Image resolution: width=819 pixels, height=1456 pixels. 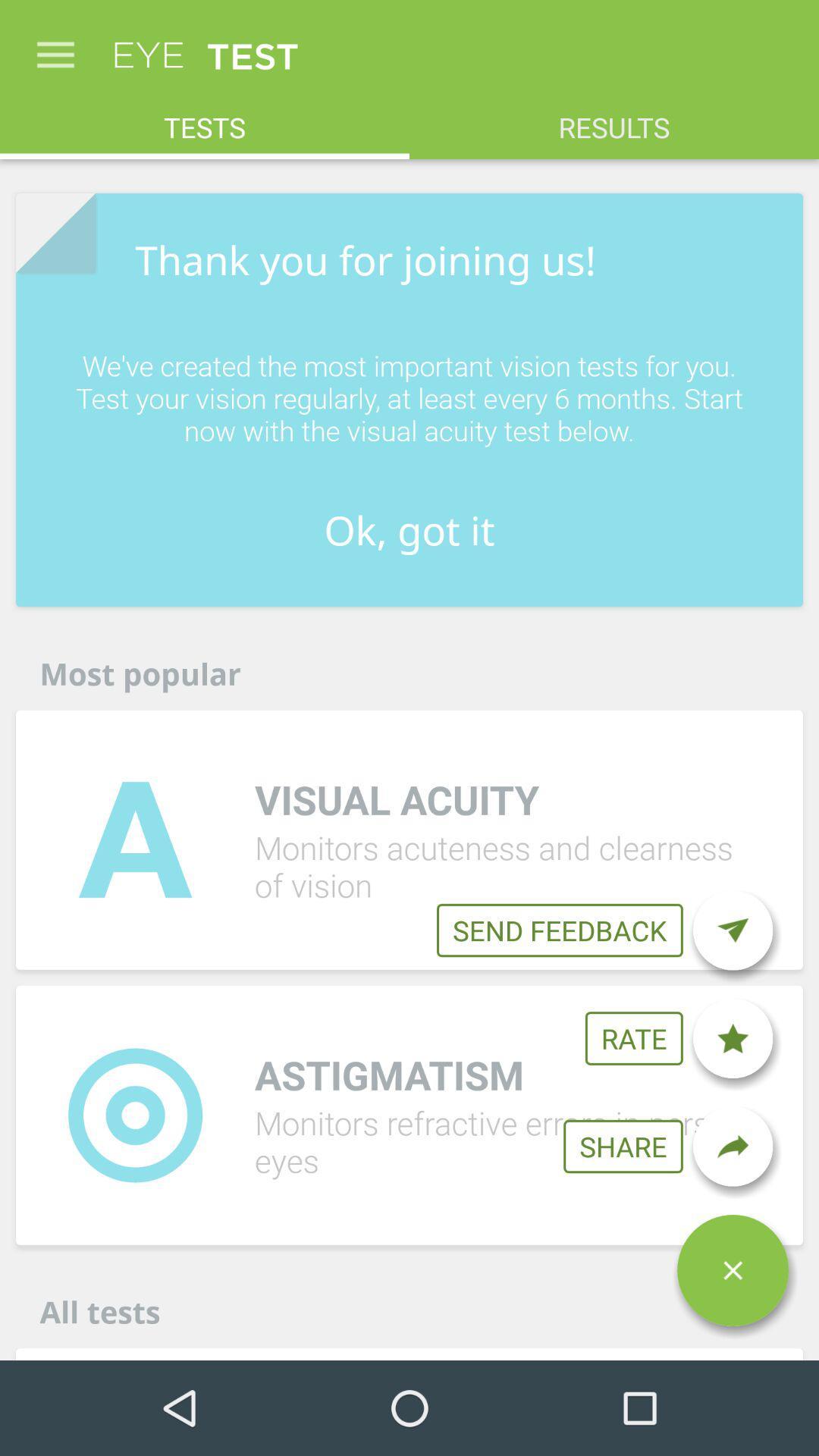 What do you see at coordinates (732, 1270) in the screenshot?
I see `close` at bounding box center [732, 1270].